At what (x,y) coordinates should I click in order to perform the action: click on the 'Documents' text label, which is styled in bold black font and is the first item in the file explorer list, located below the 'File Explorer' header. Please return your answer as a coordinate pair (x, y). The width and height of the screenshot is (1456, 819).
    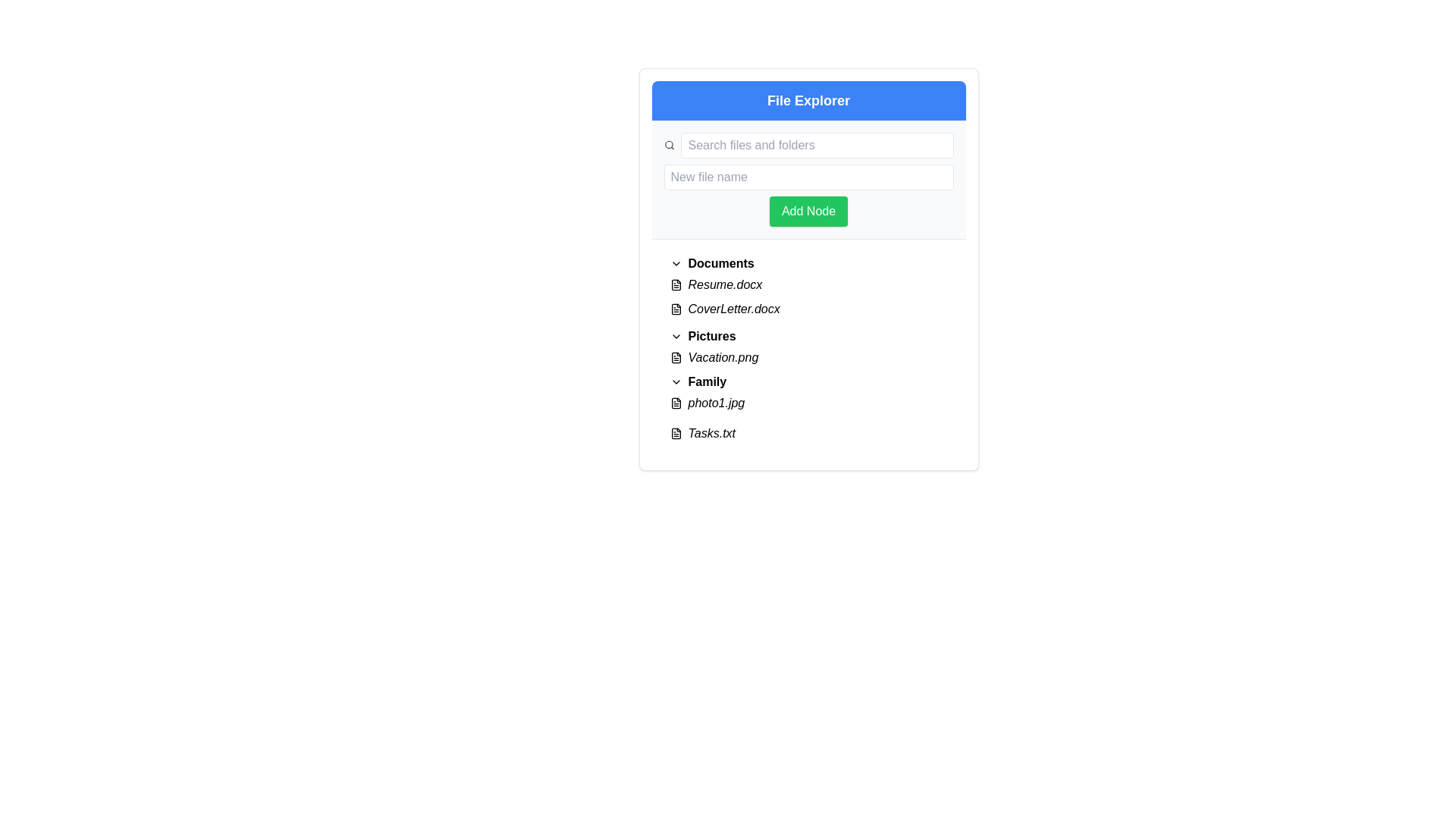
    Looking at the image, I should click on (720, 262).